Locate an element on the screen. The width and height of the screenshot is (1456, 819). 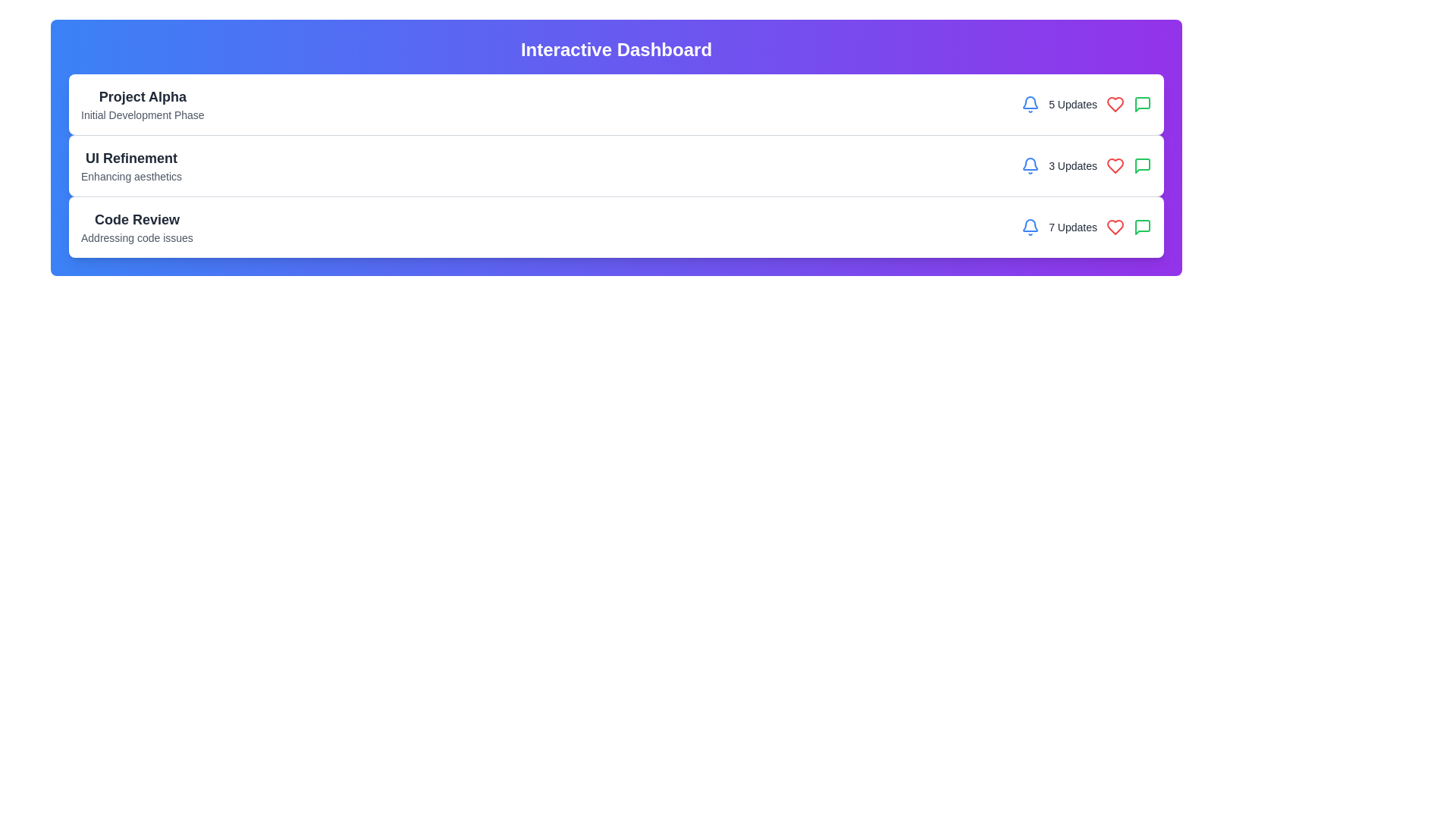
the green comment icon shaped as a speech bubble, located to the far right of the 'UI Refinement' list entry, aligned with the number of updates and the heart icon is located at coordinates (1143, 227).